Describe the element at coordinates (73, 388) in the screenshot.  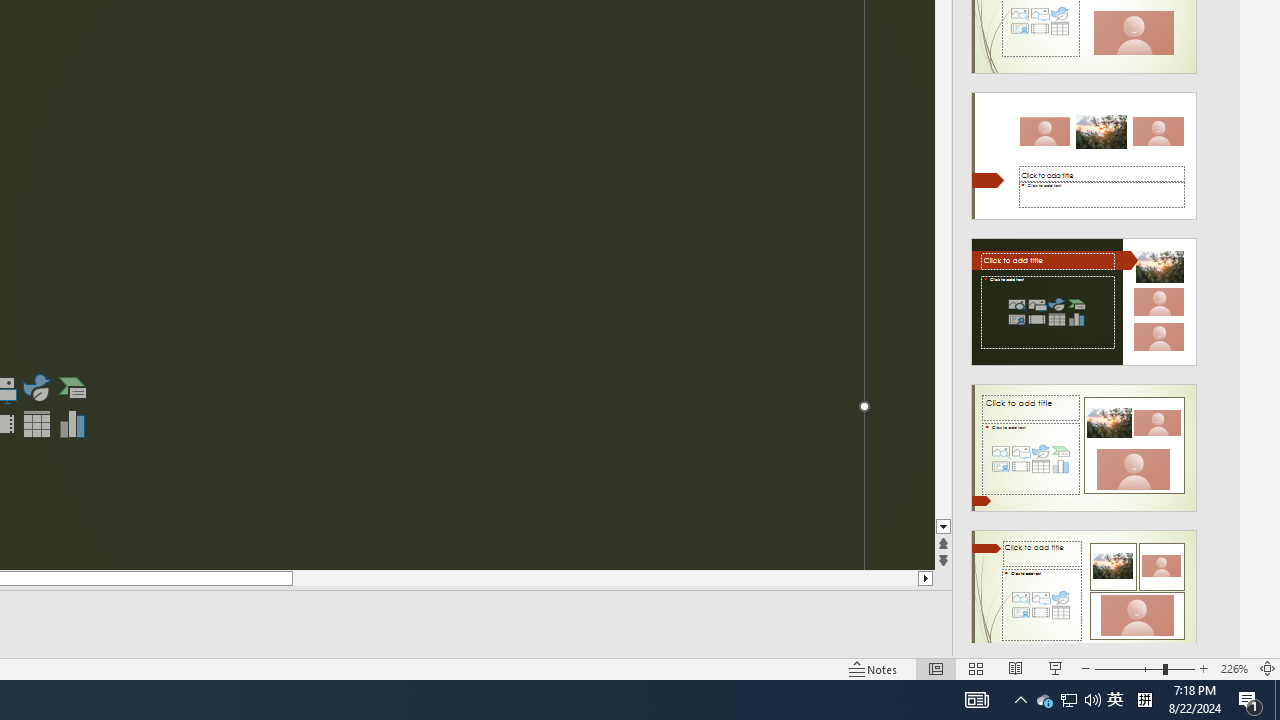
I see `'Insert a SmartArt Graphic'` at that location.